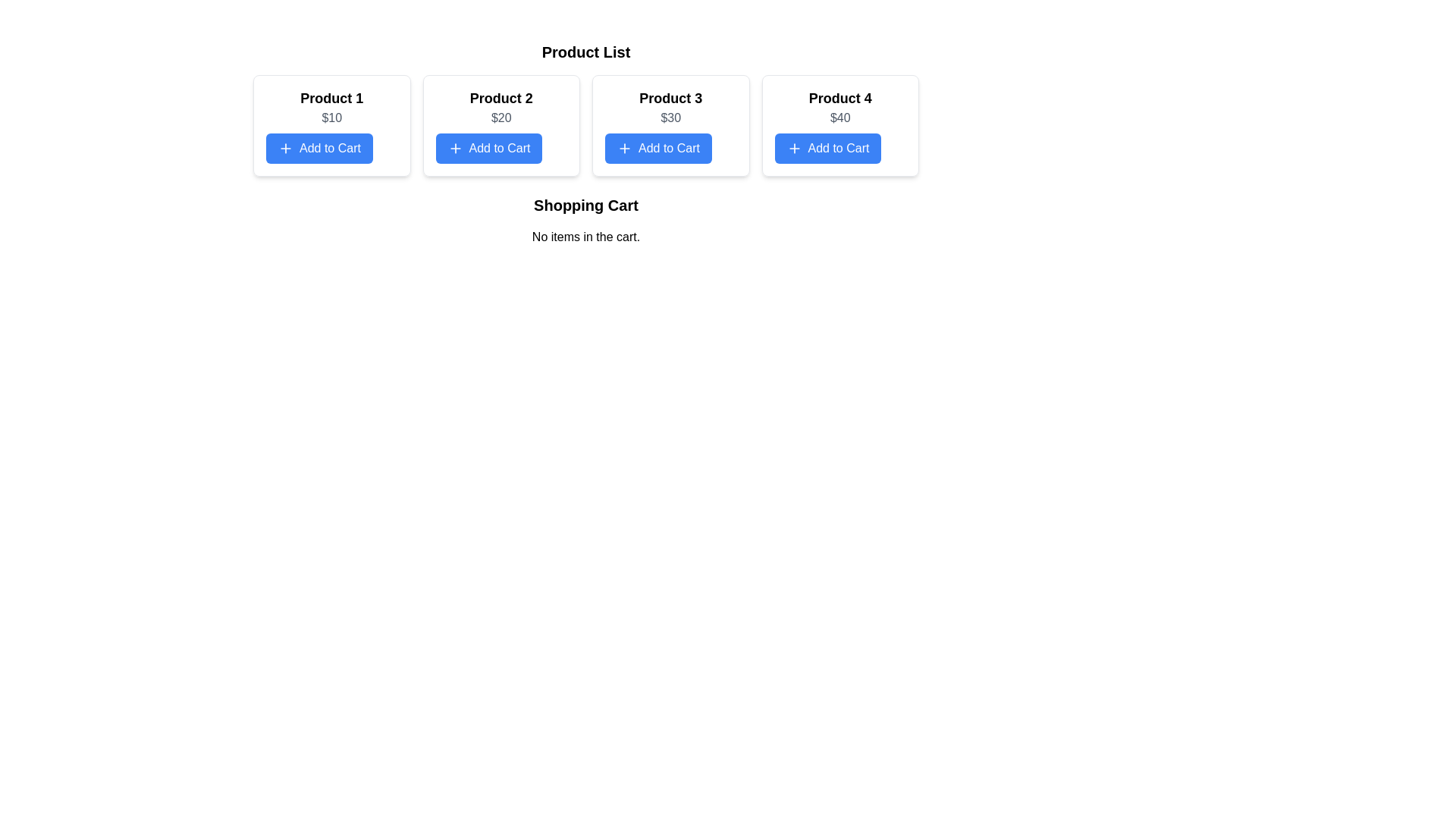 The image size is (1456, 819). What do you see at coordinates (488, 149) in the screenshot?
I see `the 'Add to Cart' button located at the bottom of the 'Product 2' card priced at '$20'` at bounding box center [488, 149].